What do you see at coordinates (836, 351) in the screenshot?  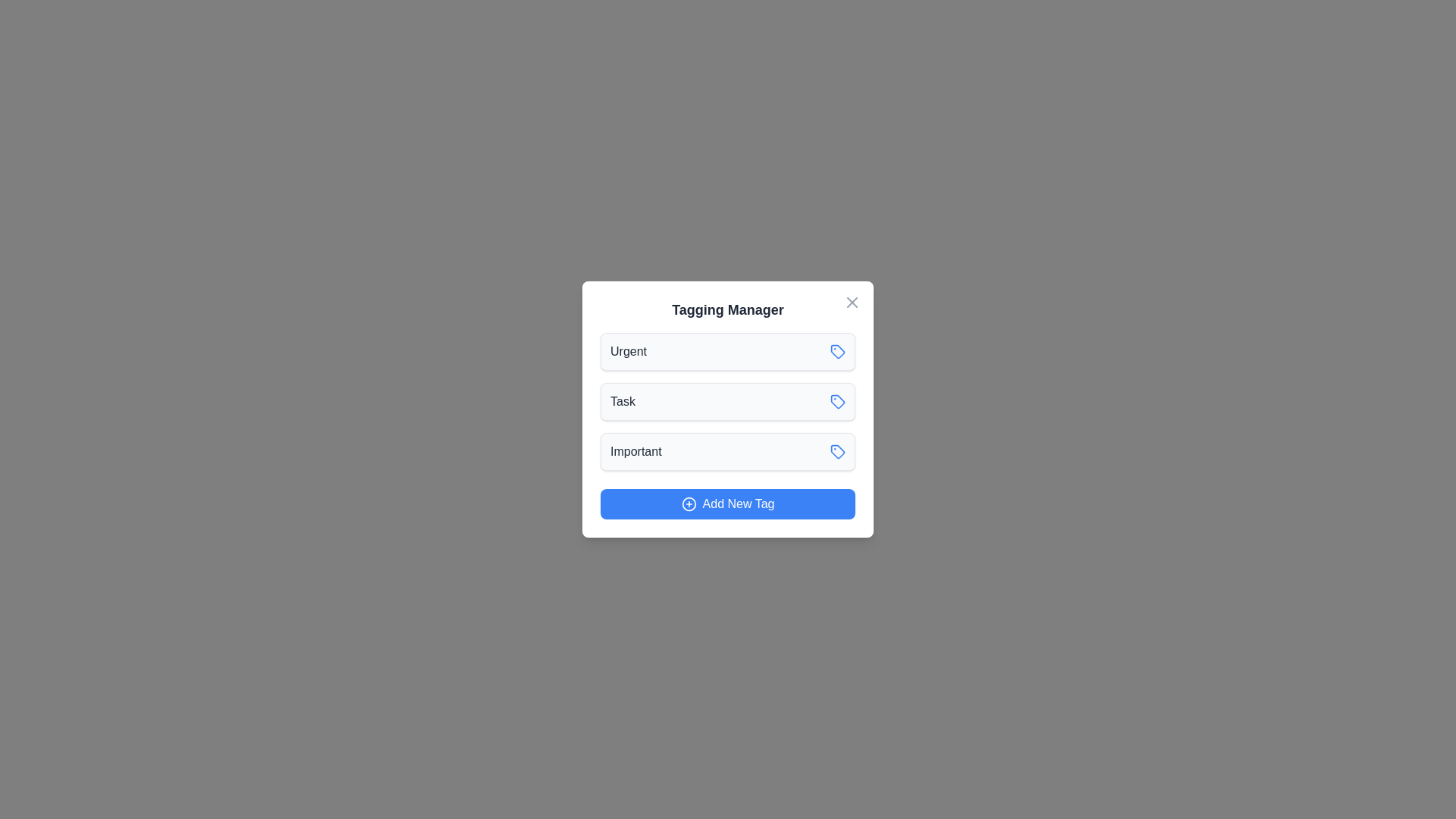 I see `the tag icon corresponding to Urgent to view its details` at bounding box center [836, 351].